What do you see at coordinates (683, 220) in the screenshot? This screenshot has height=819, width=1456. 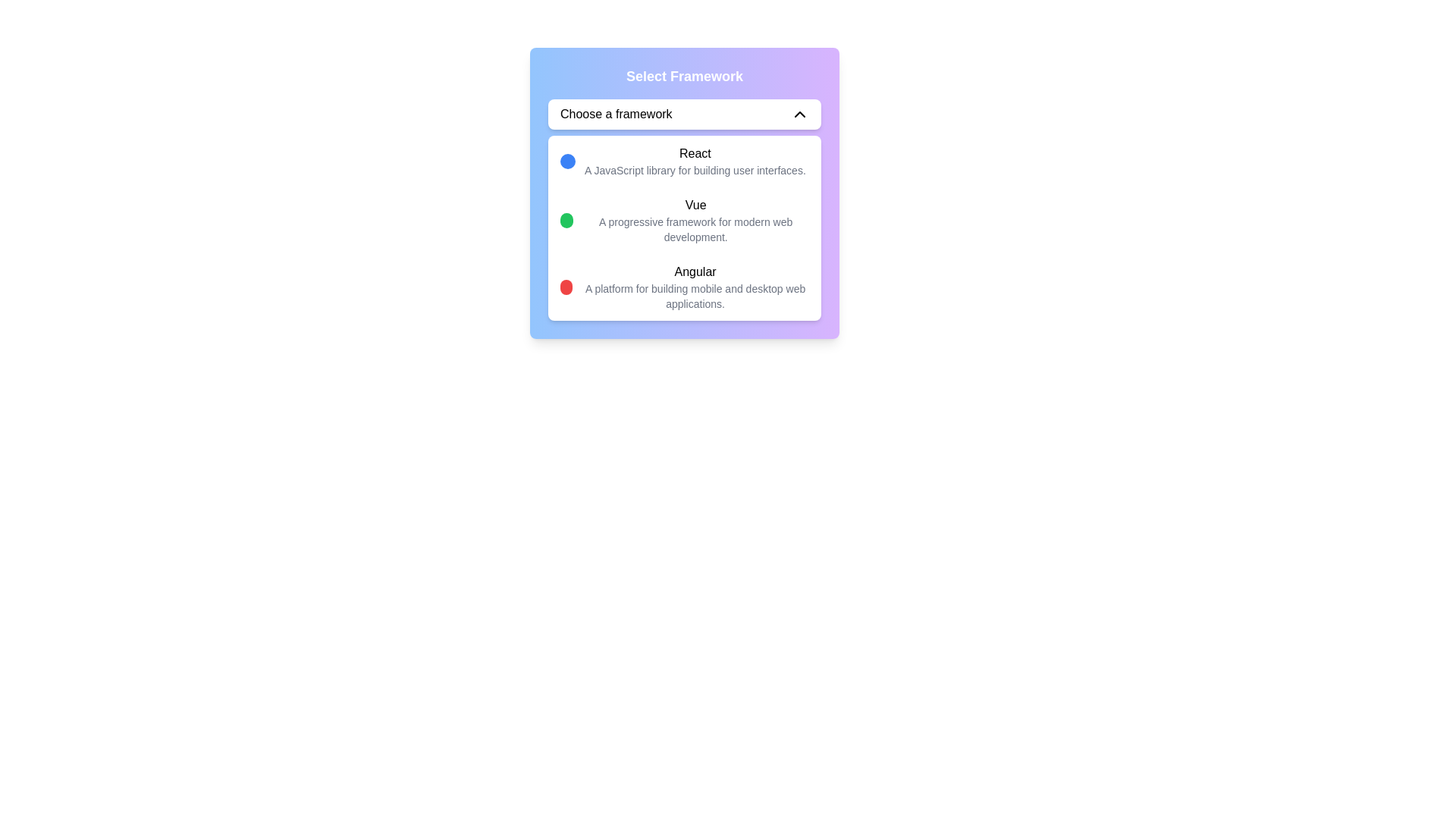 I see `the list item representing the 'Vue' framework option` at bounding box center [683, 220].